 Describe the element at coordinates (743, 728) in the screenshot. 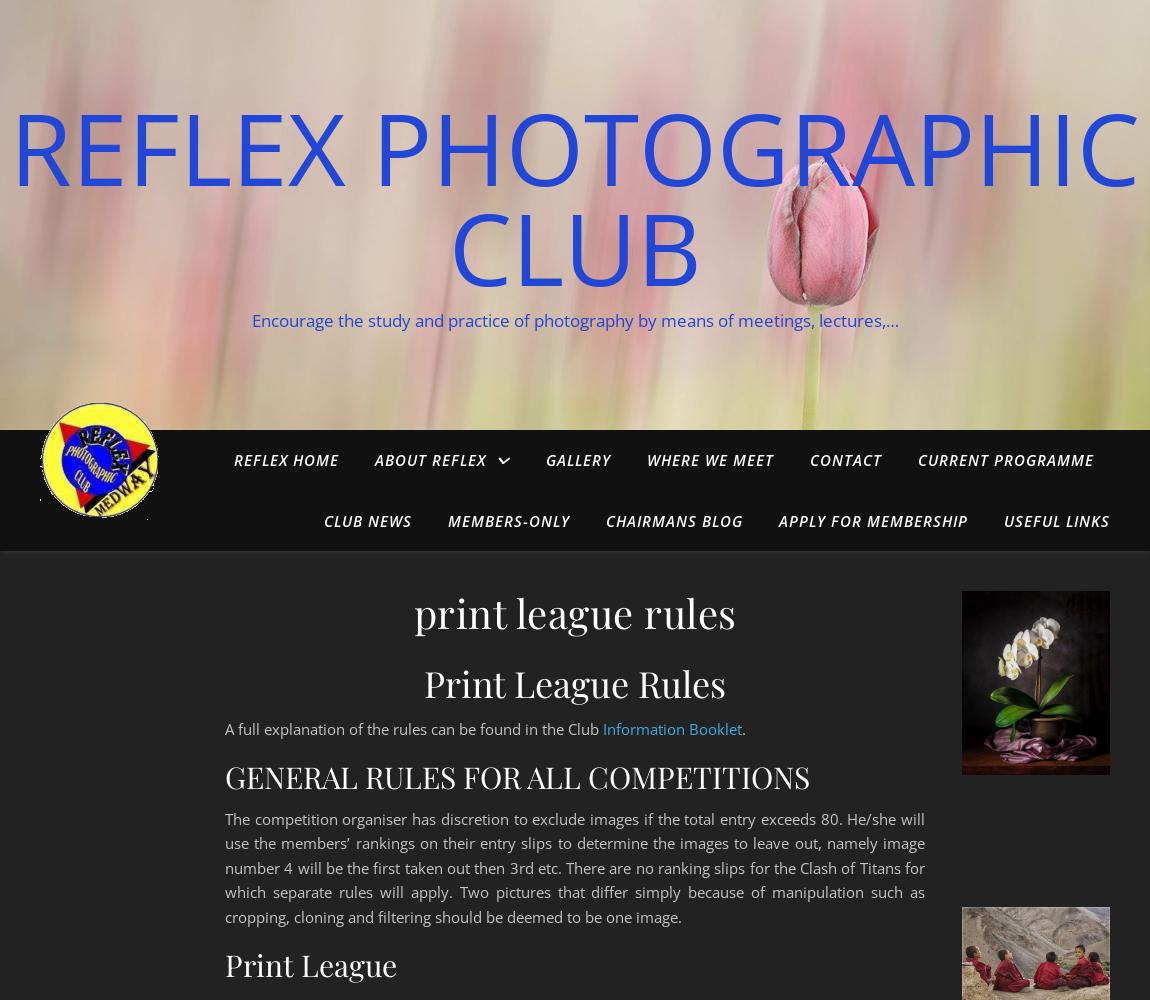

I see `'.'` at that location.